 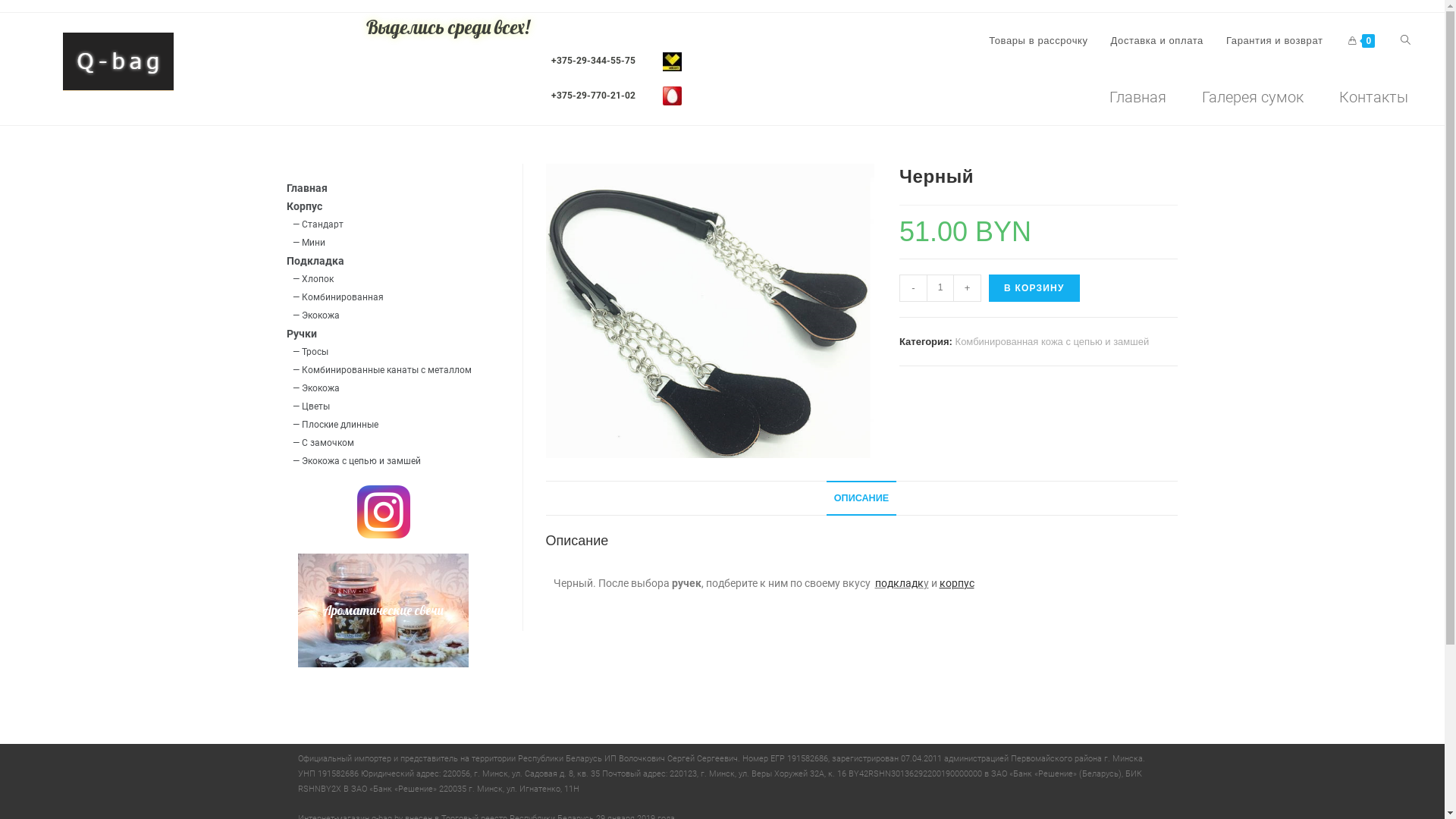 What do you see at coordinates (662, 96) in the screenshot?
I see `'mts-logo'` at bounding box center [662, 96].